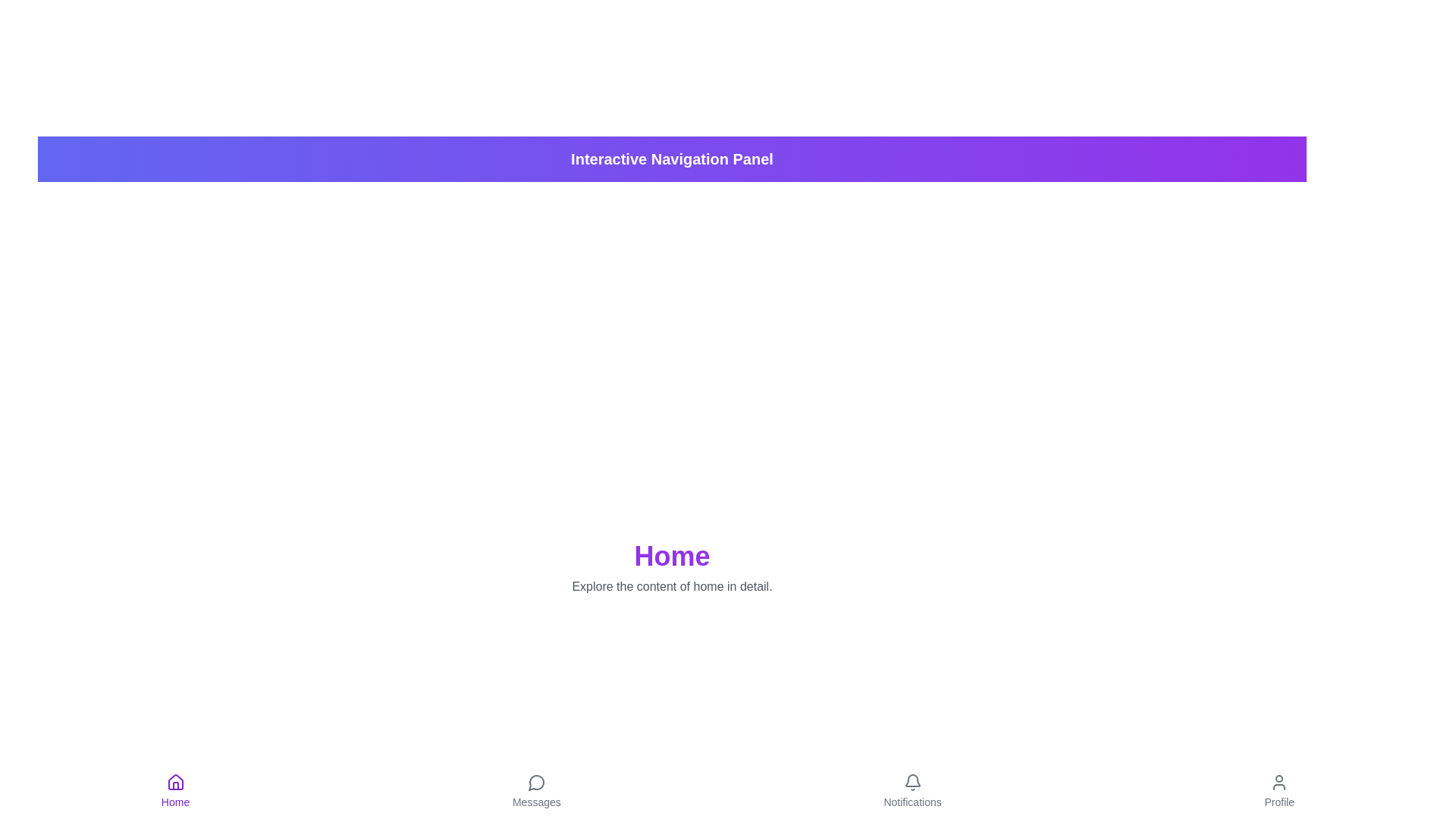 The width and height of the screenshot is (1456, 819). I want to click on the Profile tab to navigate to the corresponding view, so click(1279, 791).